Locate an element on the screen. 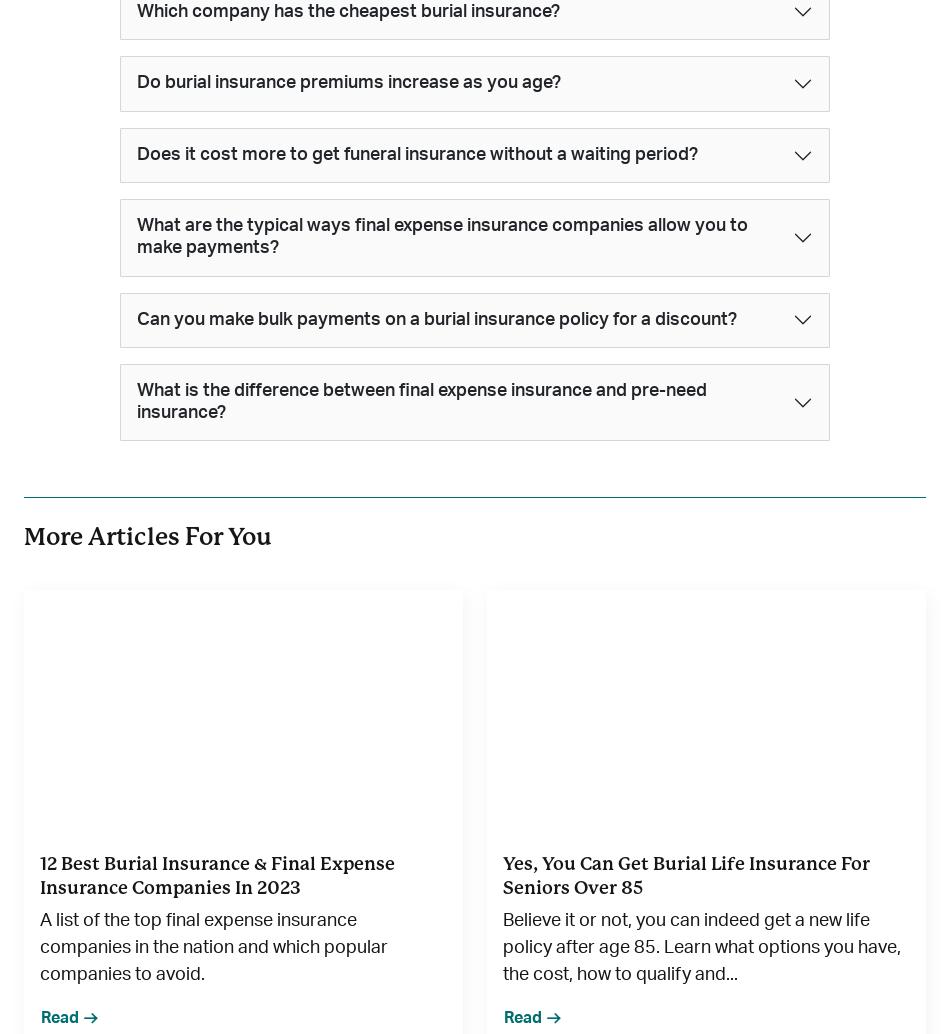 The image size is (950, 1034). 'What are the typical ways final expense insurance companies allow you to make payments?' is located at coordinates (441, 236).